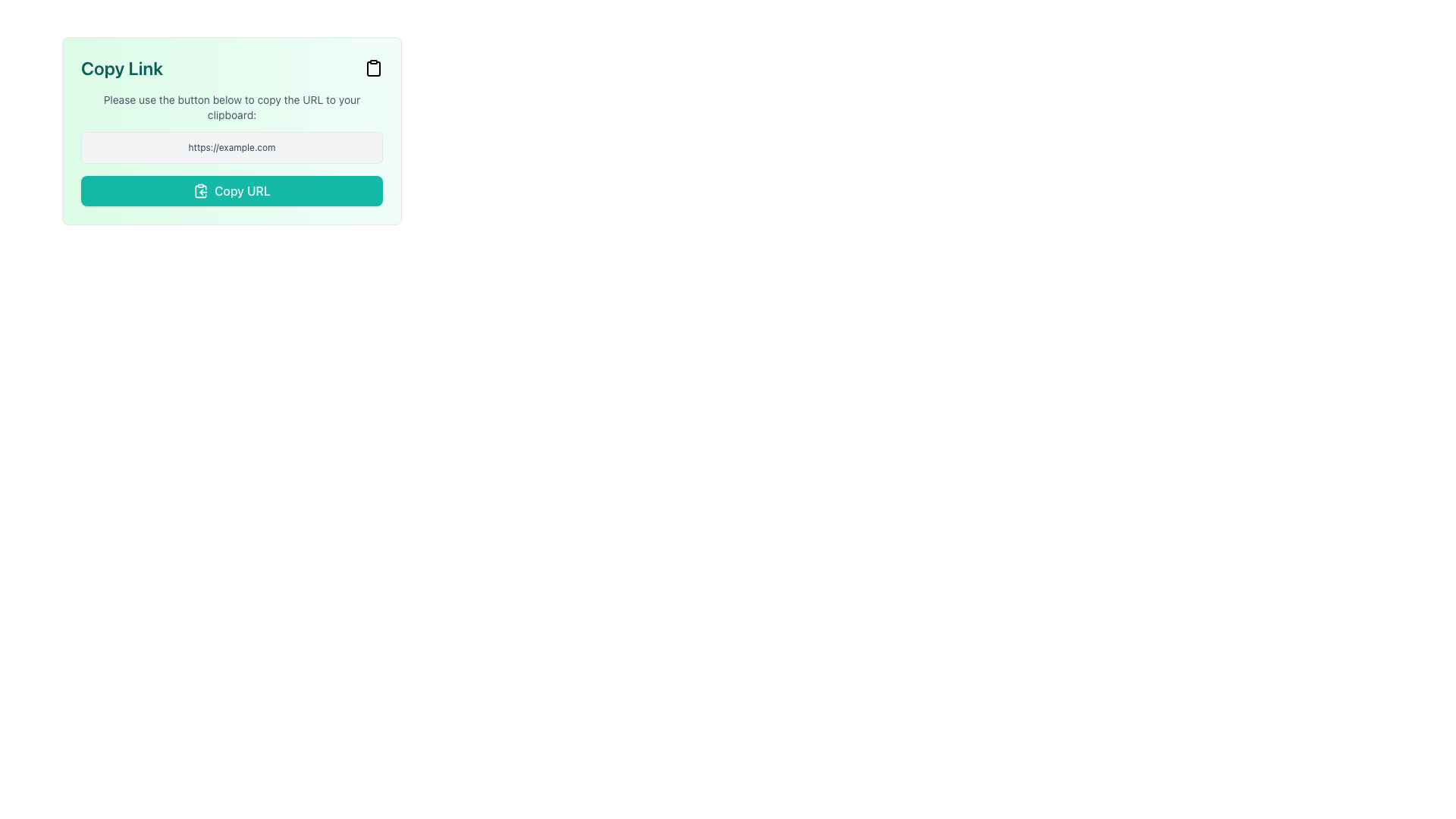  Describe the element at coordinates (374, 69) in the screenshot. I see `the clipboard icon located at the top-right corner of the card, which serves as a button for clipboard-related actions` at that location.